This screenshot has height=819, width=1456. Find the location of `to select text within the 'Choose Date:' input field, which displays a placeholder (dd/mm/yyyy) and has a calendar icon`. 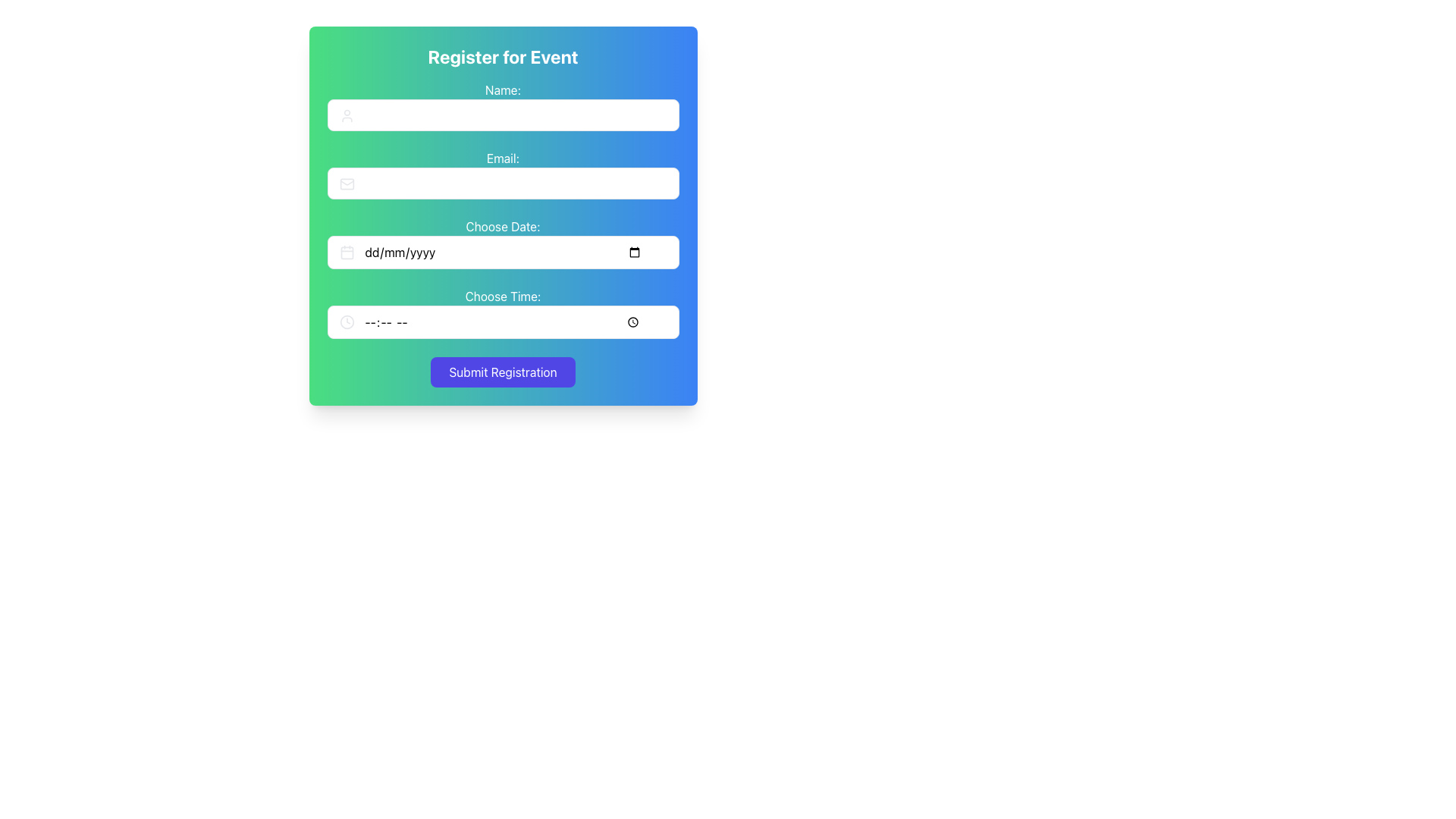

to select text within the 'Choose Date:' input field, which displays a placeholder (dd/mm/yyyy) and has a calendar icon is located at coordinates (503, 242).